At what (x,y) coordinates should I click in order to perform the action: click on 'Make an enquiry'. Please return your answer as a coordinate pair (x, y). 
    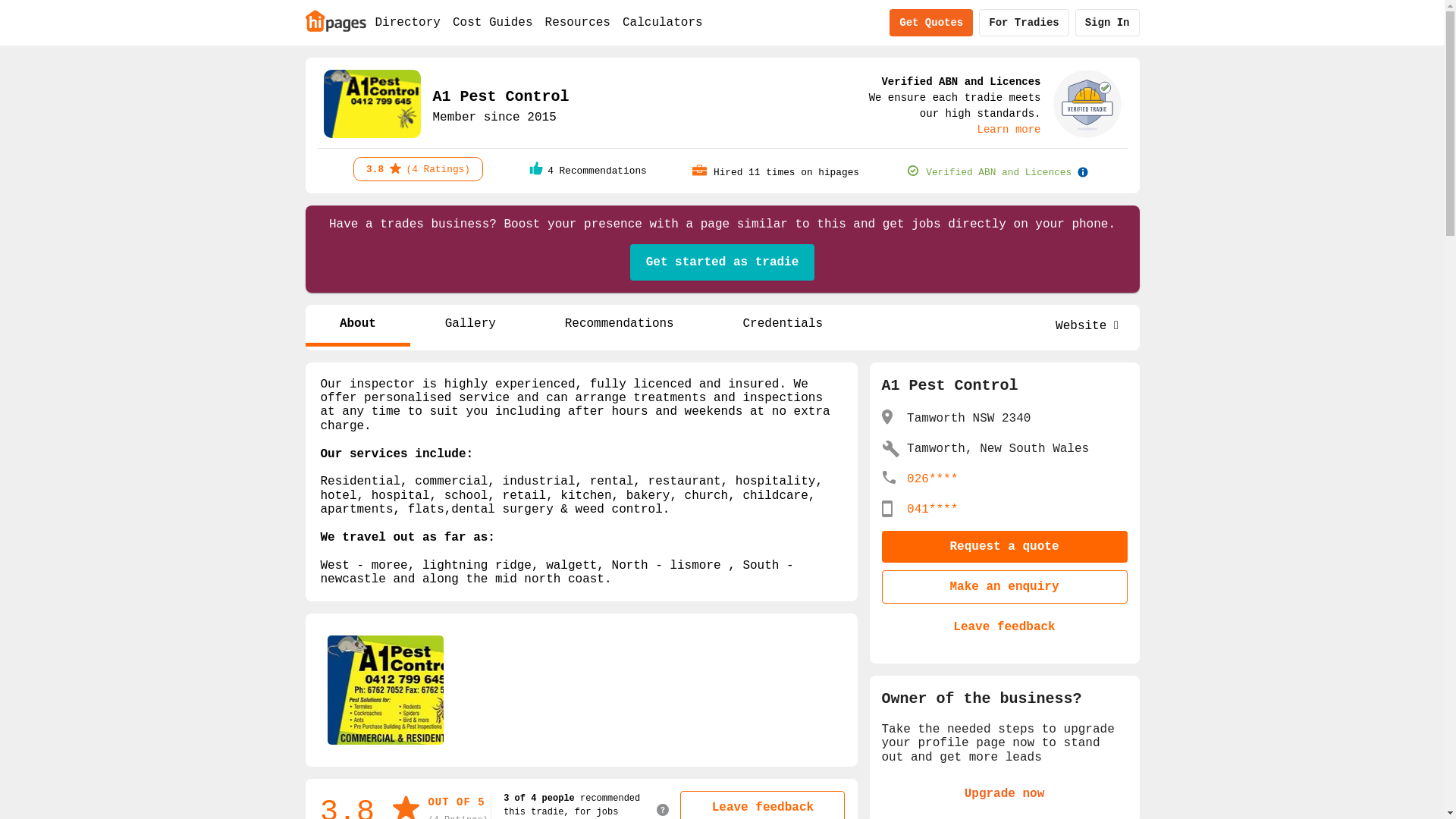
    Looking at the image, I should click on (1004, 586).